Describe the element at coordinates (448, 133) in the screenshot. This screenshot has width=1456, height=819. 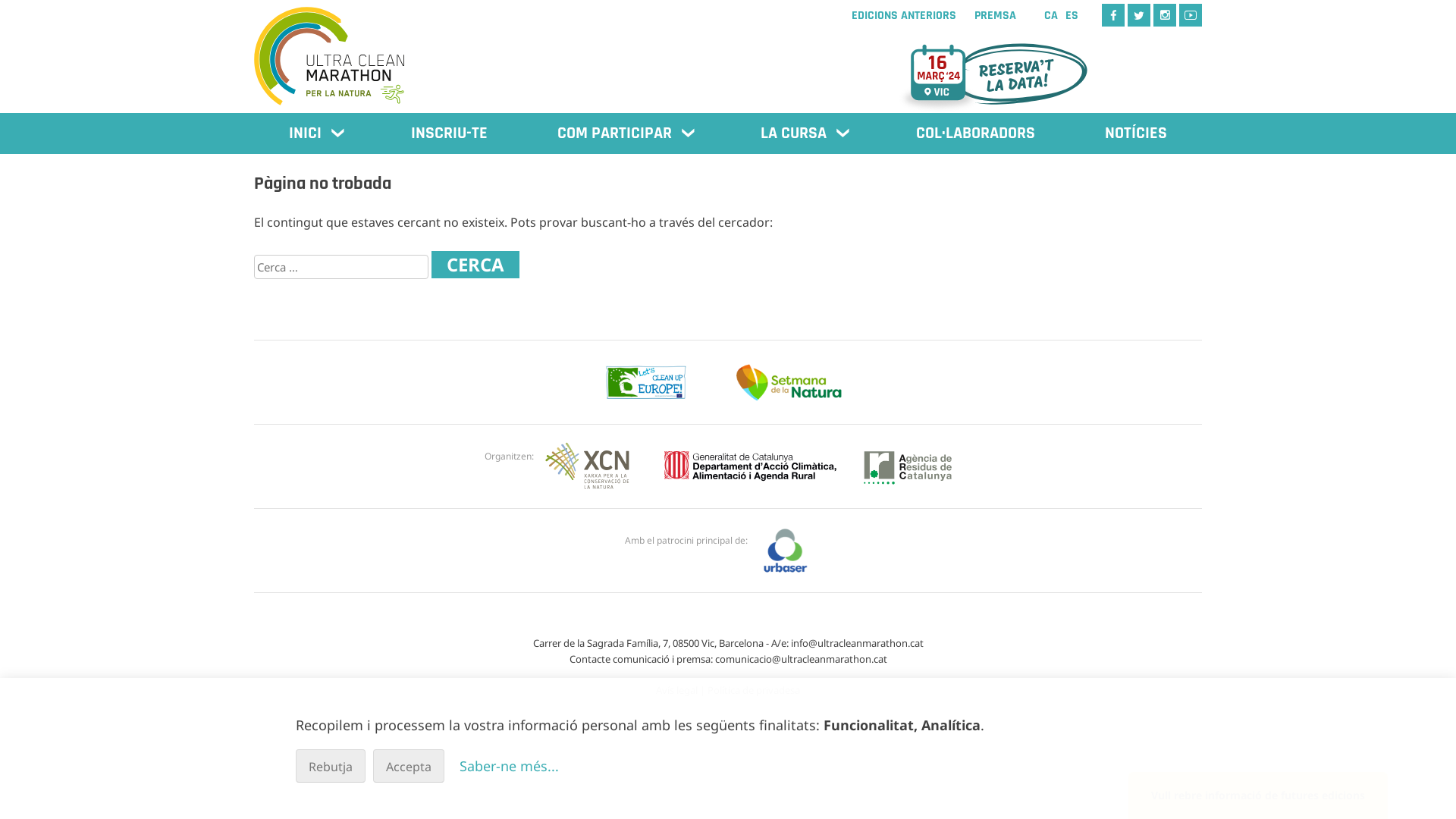
I see `'INSCRIU-TE'` at that location.